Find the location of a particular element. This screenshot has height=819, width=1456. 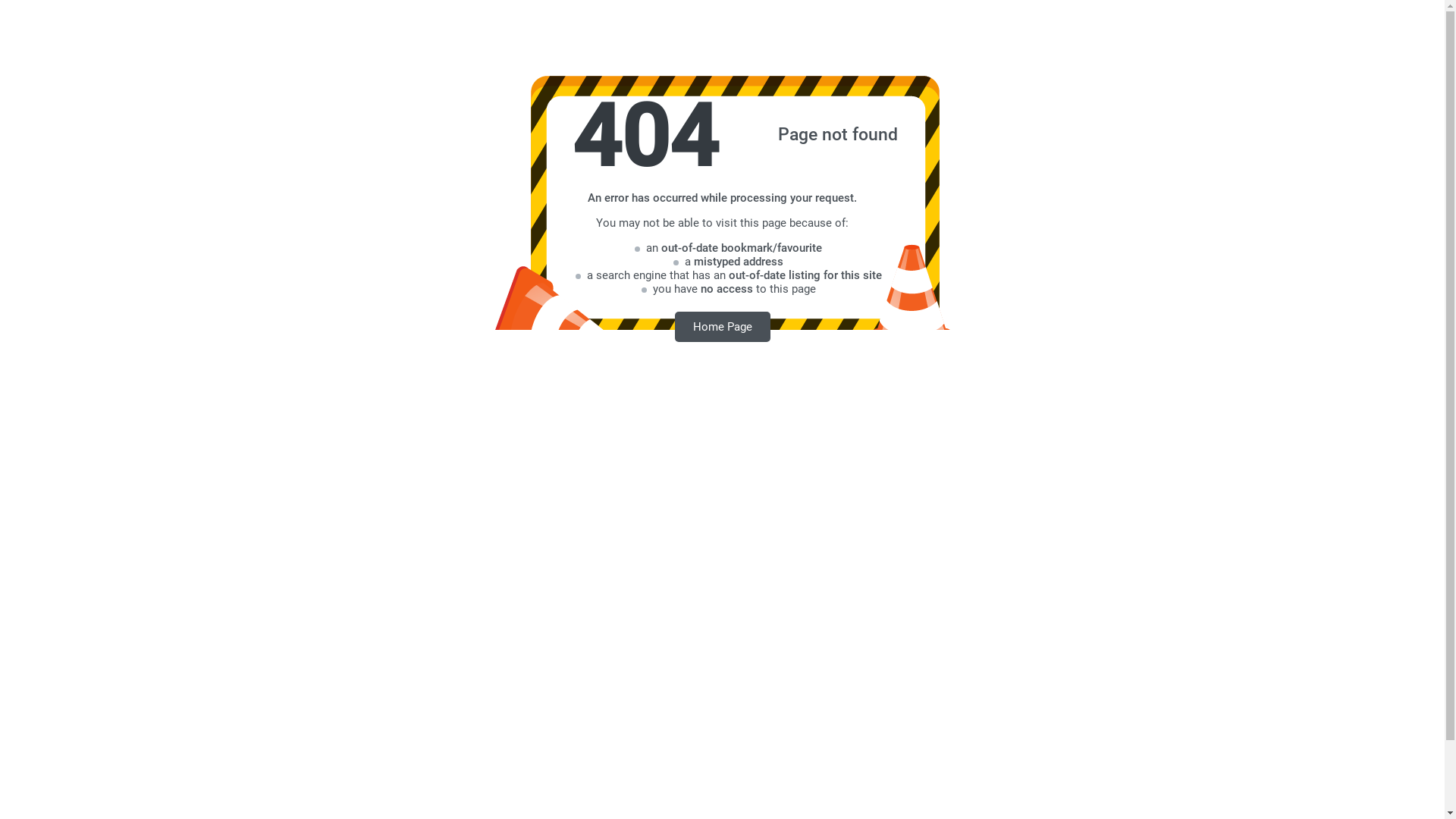

'Home Page' is located at coordinates (722, 325).